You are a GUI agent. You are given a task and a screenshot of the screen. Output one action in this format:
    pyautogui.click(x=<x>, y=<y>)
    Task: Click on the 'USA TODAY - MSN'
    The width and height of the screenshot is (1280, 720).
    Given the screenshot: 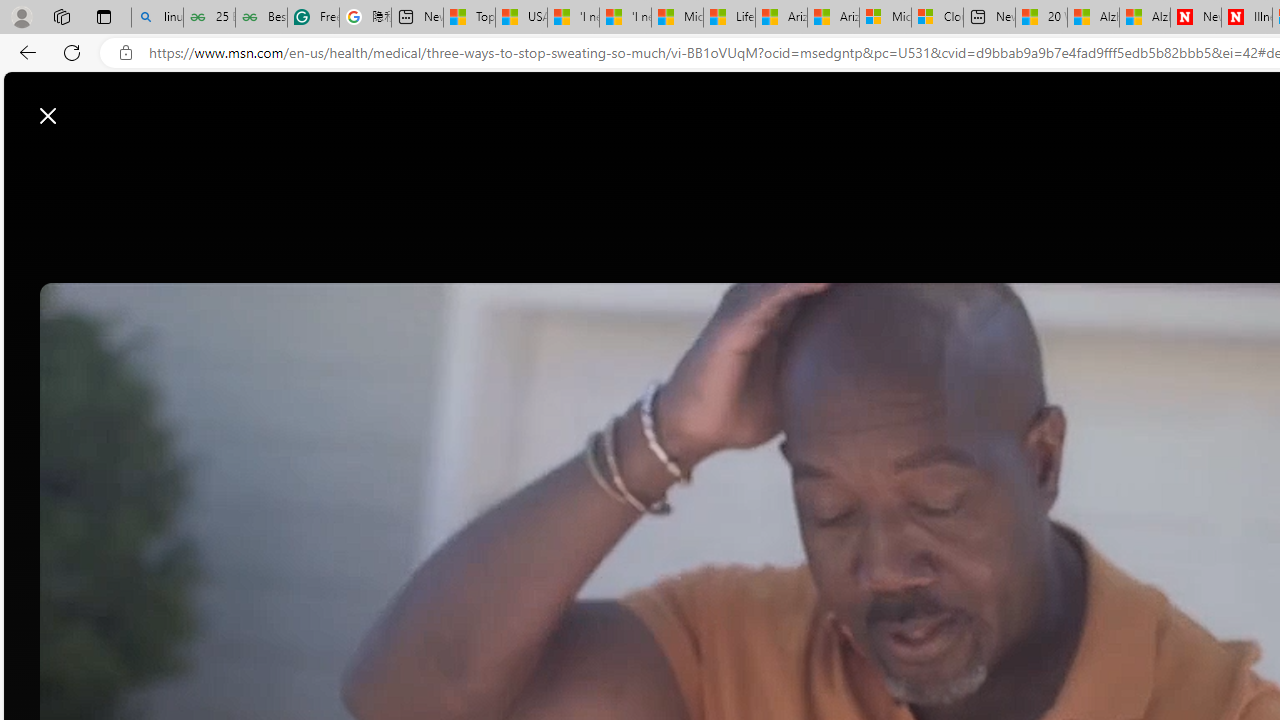 What is the action you would take?
    pyautogui.click(x=520, y=17)
    